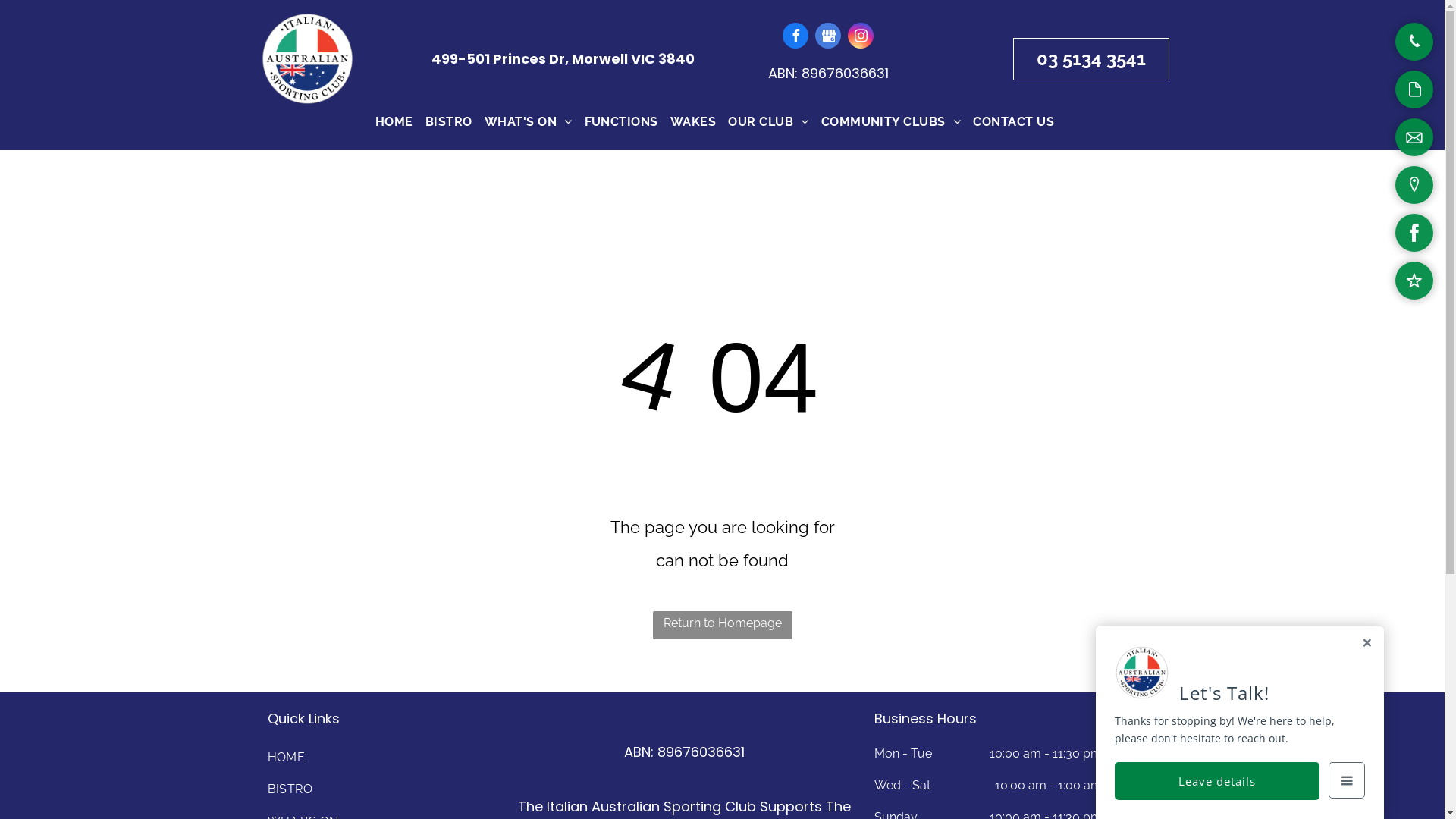 This screenshot has width=1456, height=819. I want to click on 'Return to Homepage', so click(720, 625).